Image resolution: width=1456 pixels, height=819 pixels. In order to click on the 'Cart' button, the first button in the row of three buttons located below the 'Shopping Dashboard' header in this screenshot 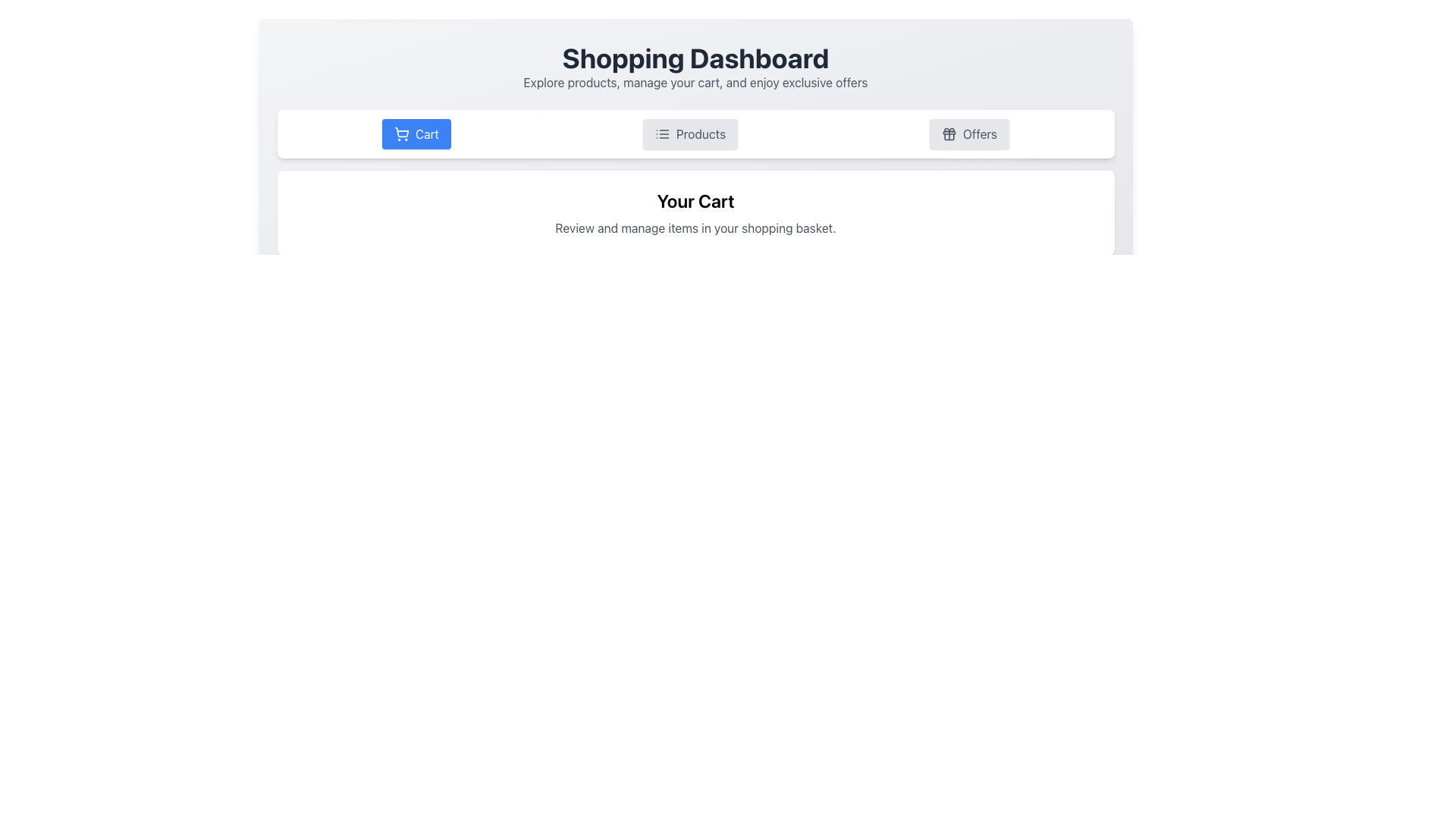, I will do `click(416, 133)`.